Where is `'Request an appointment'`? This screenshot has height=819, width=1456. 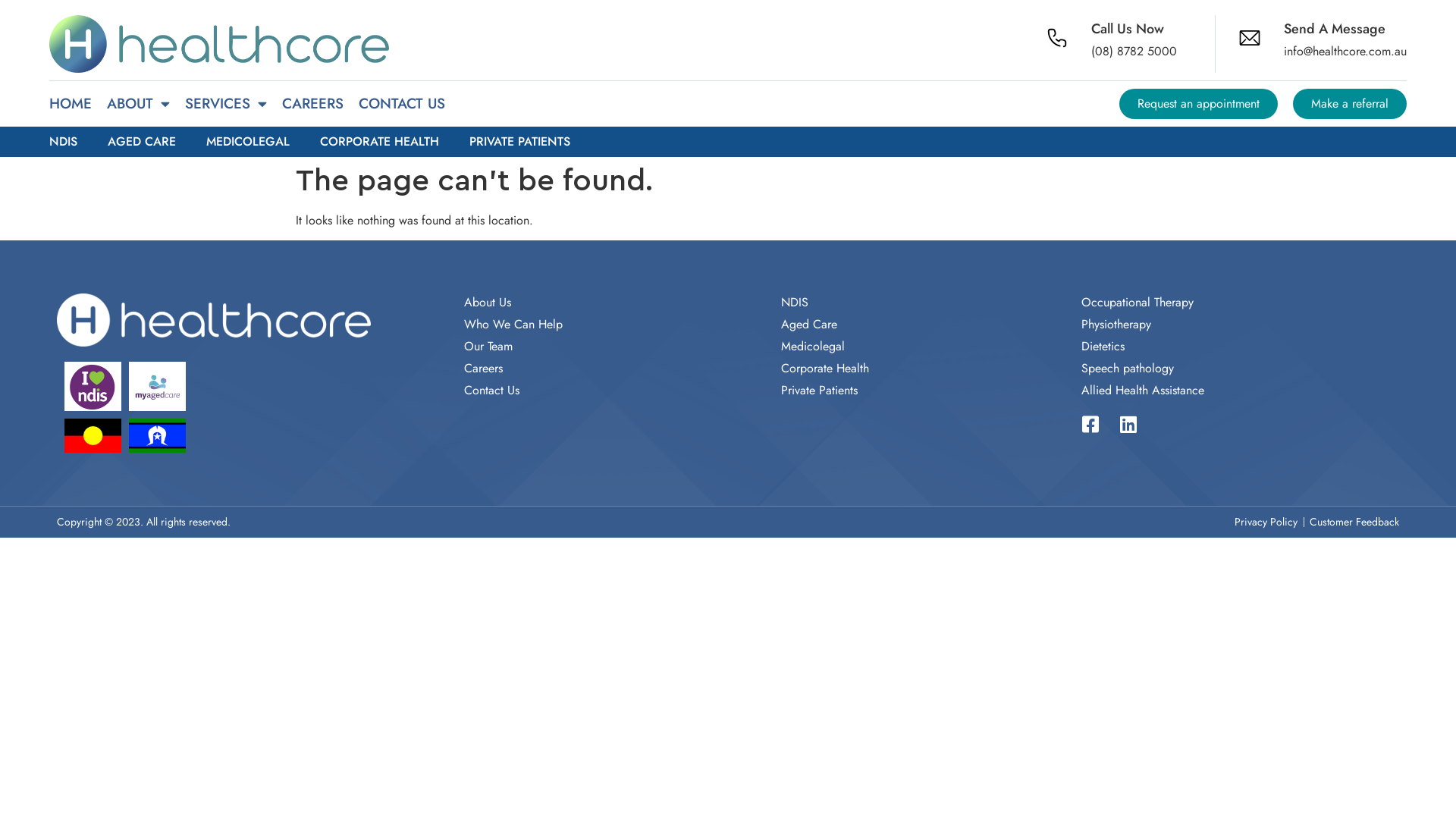
'Request an appointment' is located at coordinates (1197, 103).